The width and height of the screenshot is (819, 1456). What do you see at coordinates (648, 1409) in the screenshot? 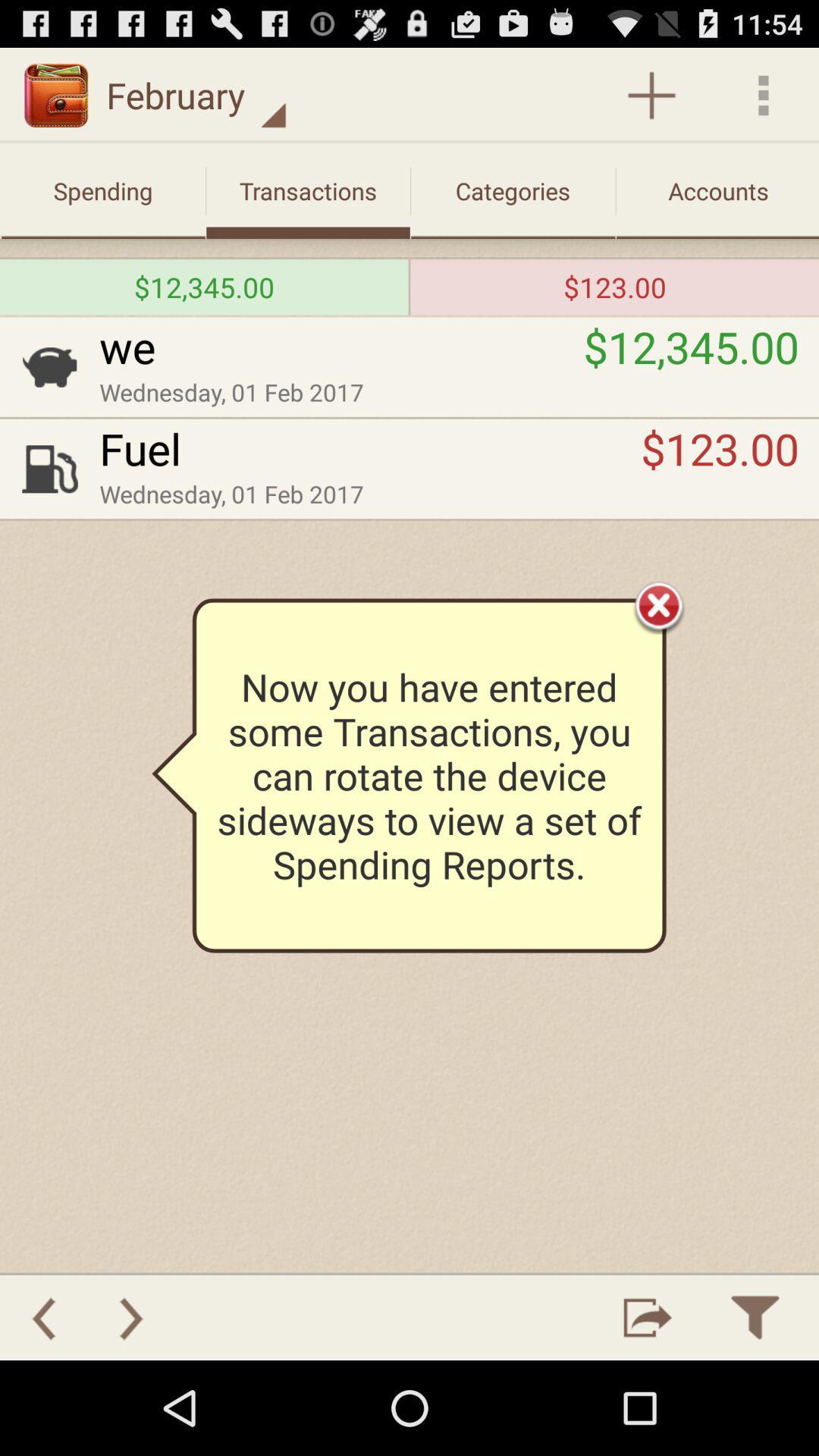
I see `the launch icon` at bounding box center [648, 1409].